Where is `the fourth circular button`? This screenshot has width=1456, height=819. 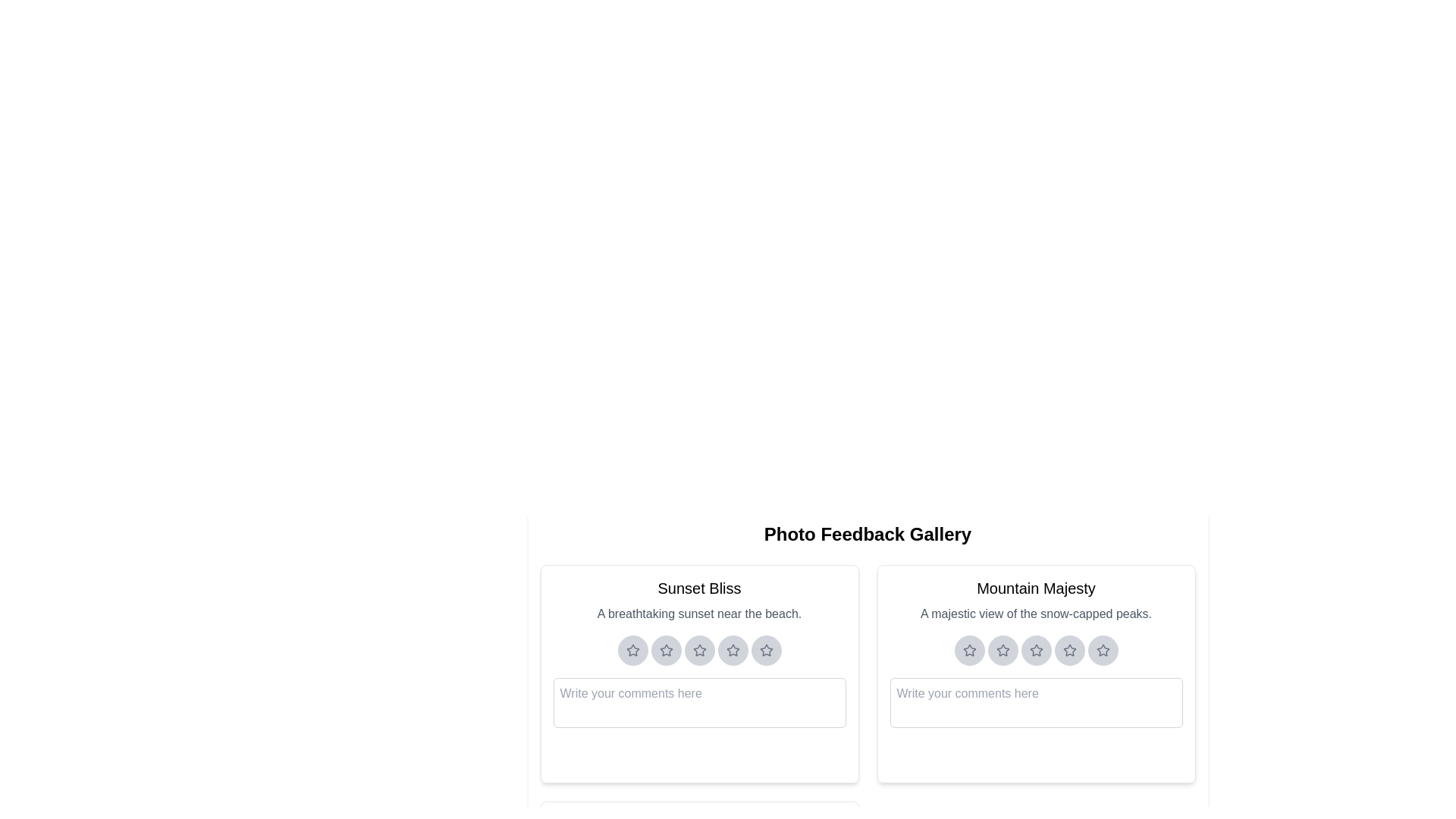
the fourth circular button is located at coordinates (733, 649).